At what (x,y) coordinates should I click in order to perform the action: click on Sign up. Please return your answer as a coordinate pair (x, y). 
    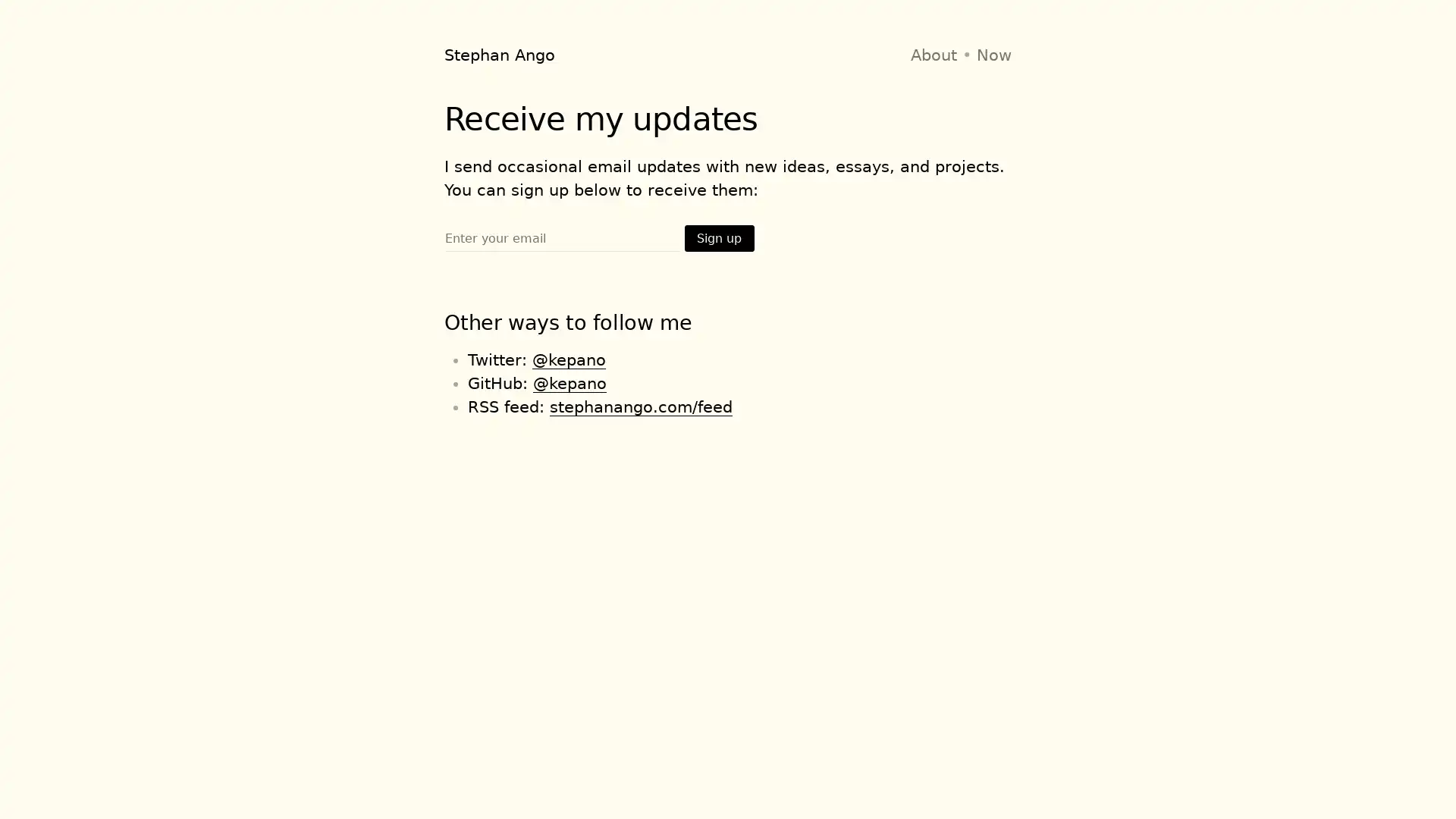
    Looking at the image, I should click on (718, 237).